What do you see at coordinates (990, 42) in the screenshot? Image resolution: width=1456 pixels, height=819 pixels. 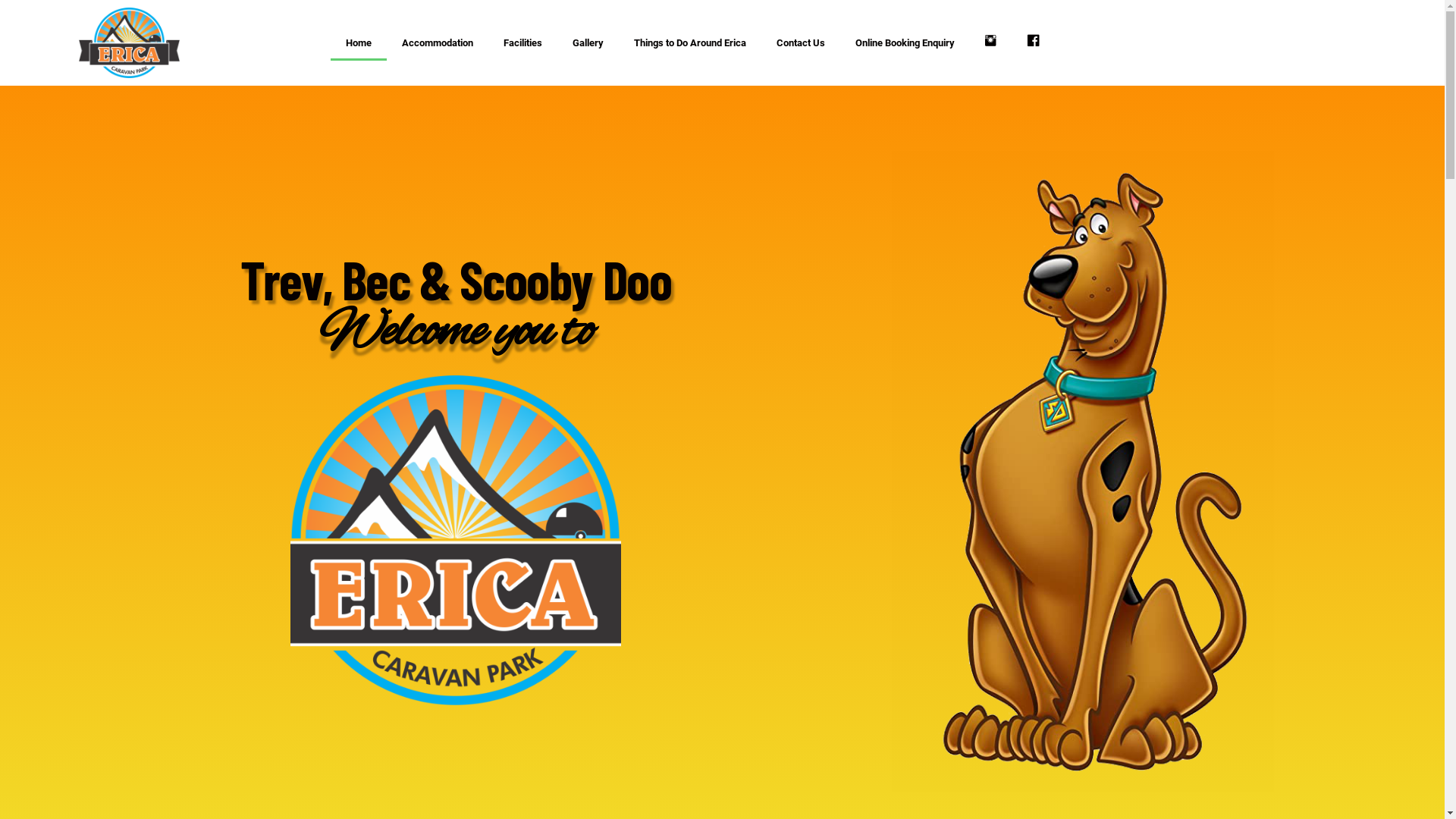 I see `'Instagram'` at bounding box center [990, 42].